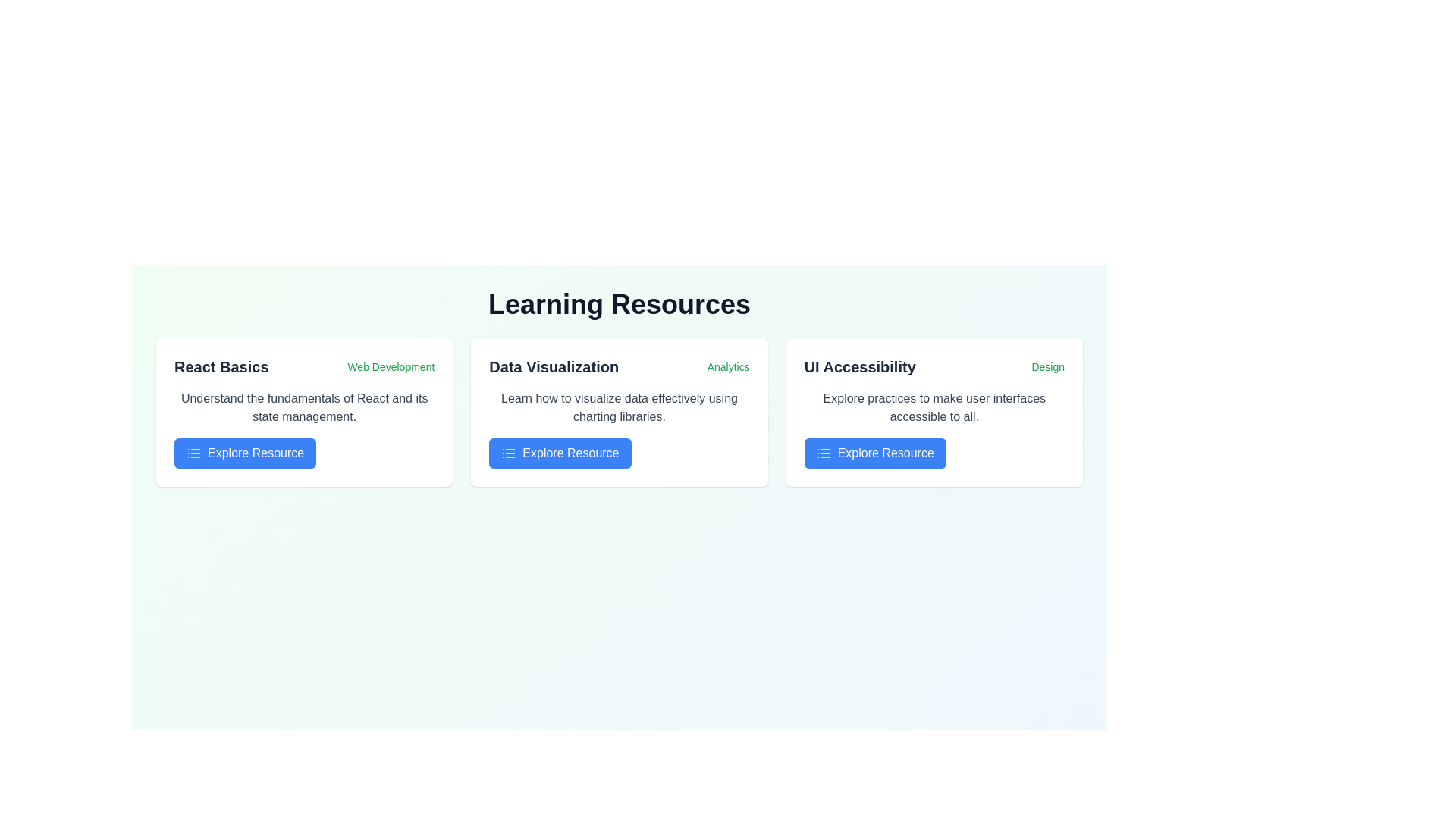 Image resolution: width=1456 pixels, height=819 pixels. I want to click on the 'Explore Resource' button located at the bottom of the 'Data Visualization' card, so click(559, 452).